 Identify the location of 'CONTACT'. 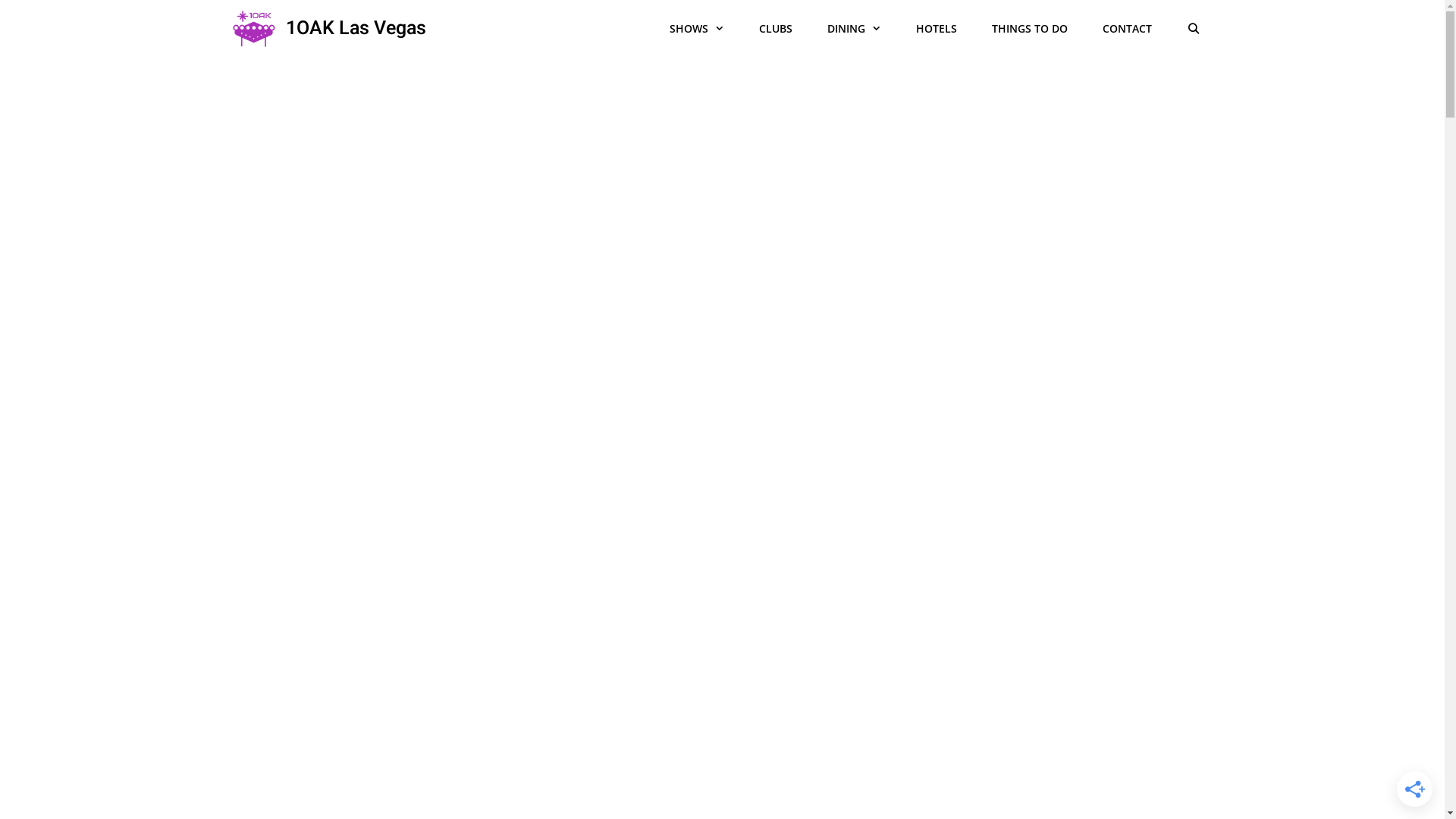
(1127, 29).